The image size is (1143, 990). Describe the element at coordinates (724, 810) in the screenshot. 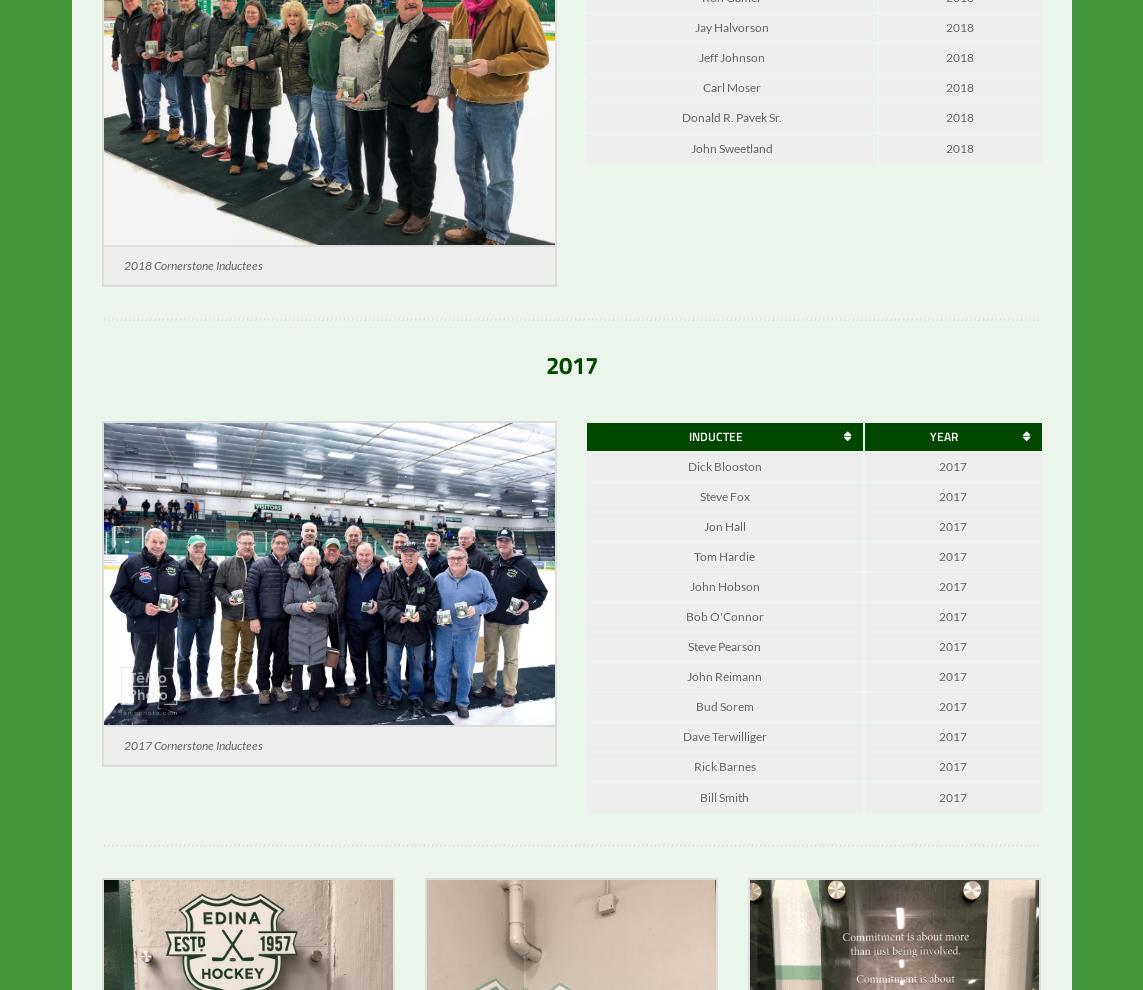

I see `'Bill Smith'` at that location.